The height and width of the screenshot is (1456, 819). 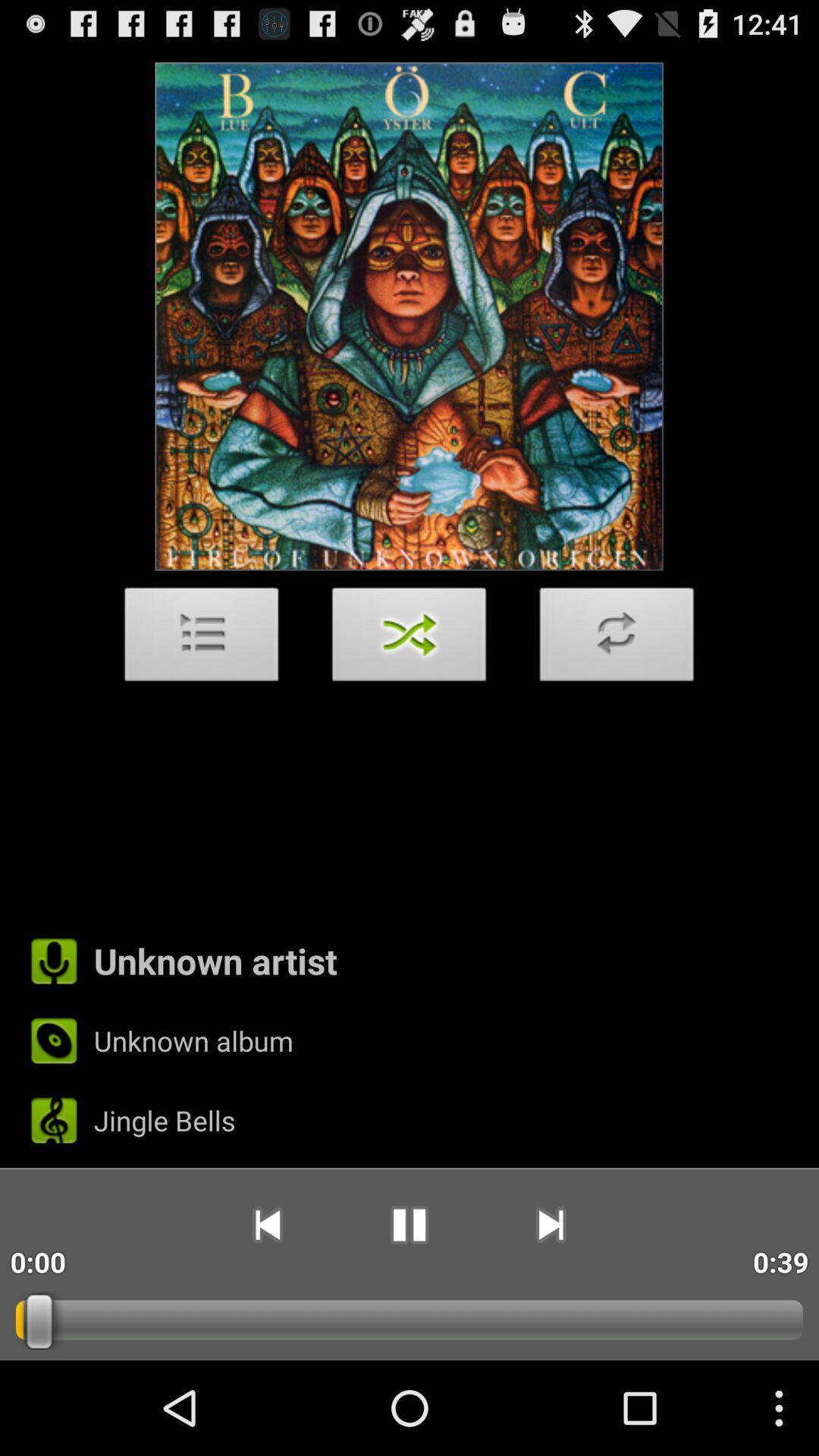 What do you see at coordinates (409, 682) in the screenshot?
I see `the close icon` at bounding box center [409, 682].